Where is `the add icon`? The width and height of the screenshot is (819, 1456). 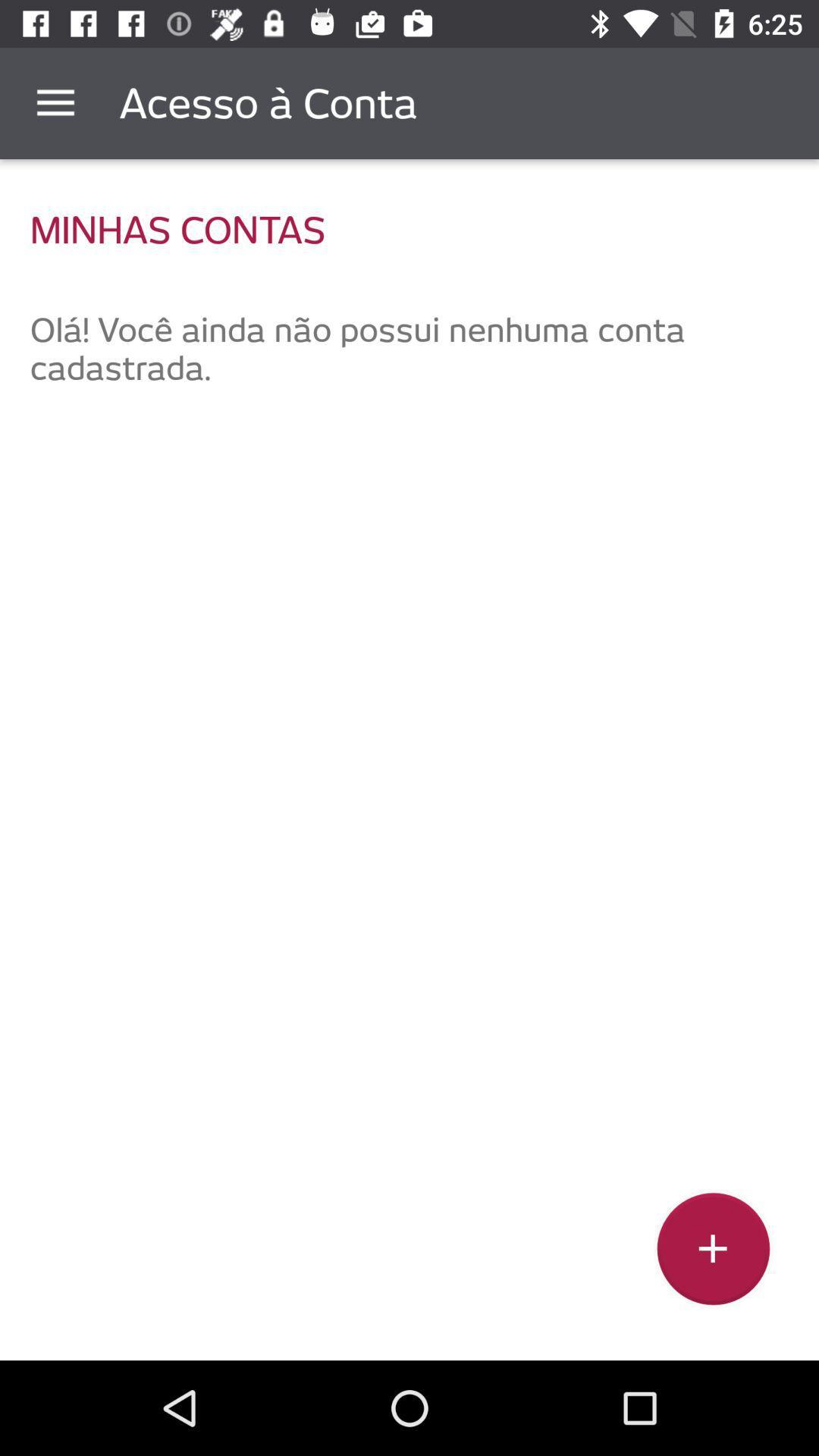
the add icon is located at coordinates (713, 1254).